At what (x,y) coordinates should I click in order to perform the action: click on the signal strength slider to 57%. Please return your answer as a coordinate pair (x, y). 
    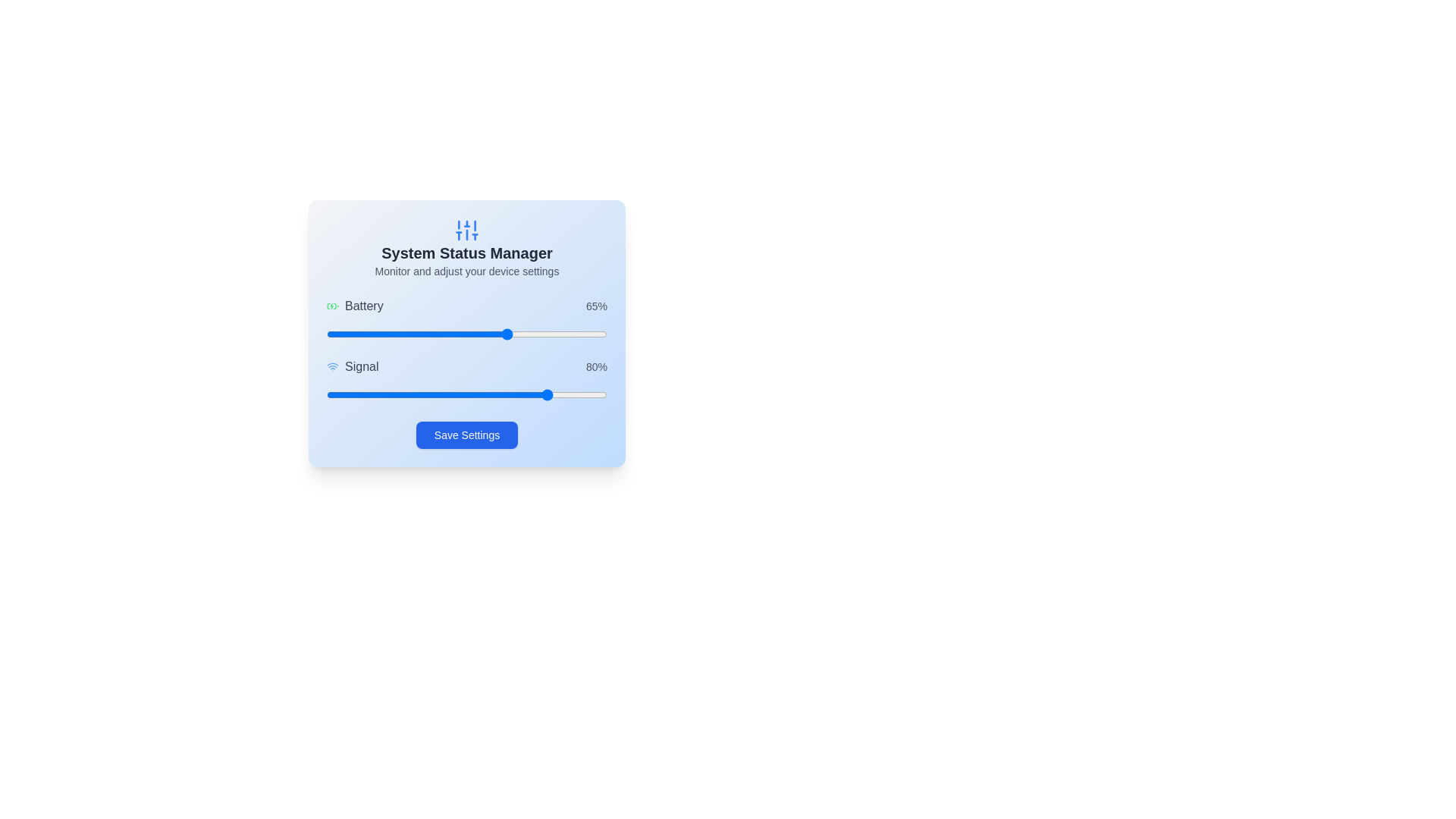
    Looking at the image, I should click on (486, 394).